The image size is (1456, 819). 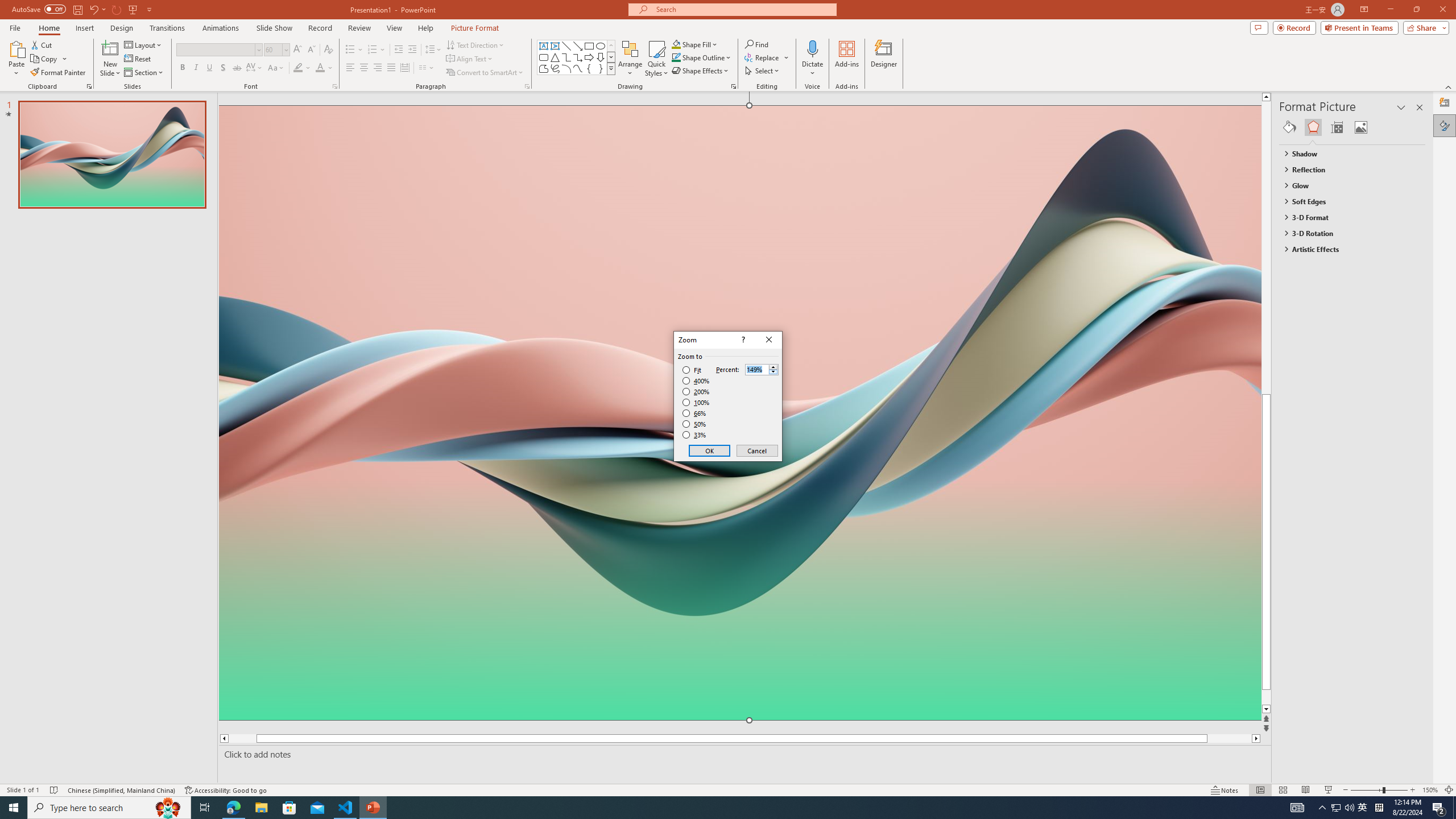 I want to click on 'Fill & Line', so click(x=1289, y=126).